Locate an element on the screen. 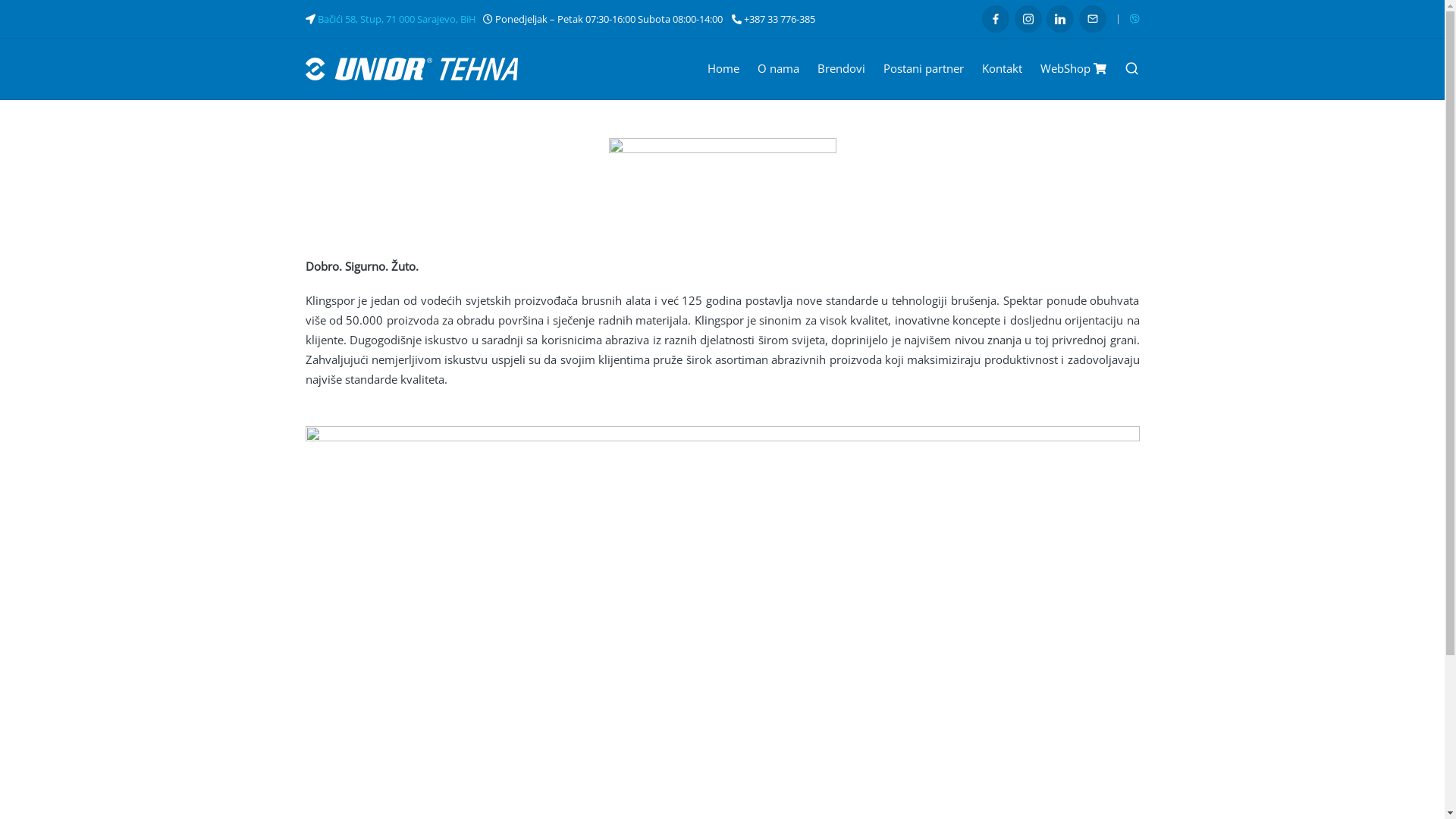 Image resolution: width=1456 pixels, height=819 pixels. 'Home' is located at coordinates (723, 69).